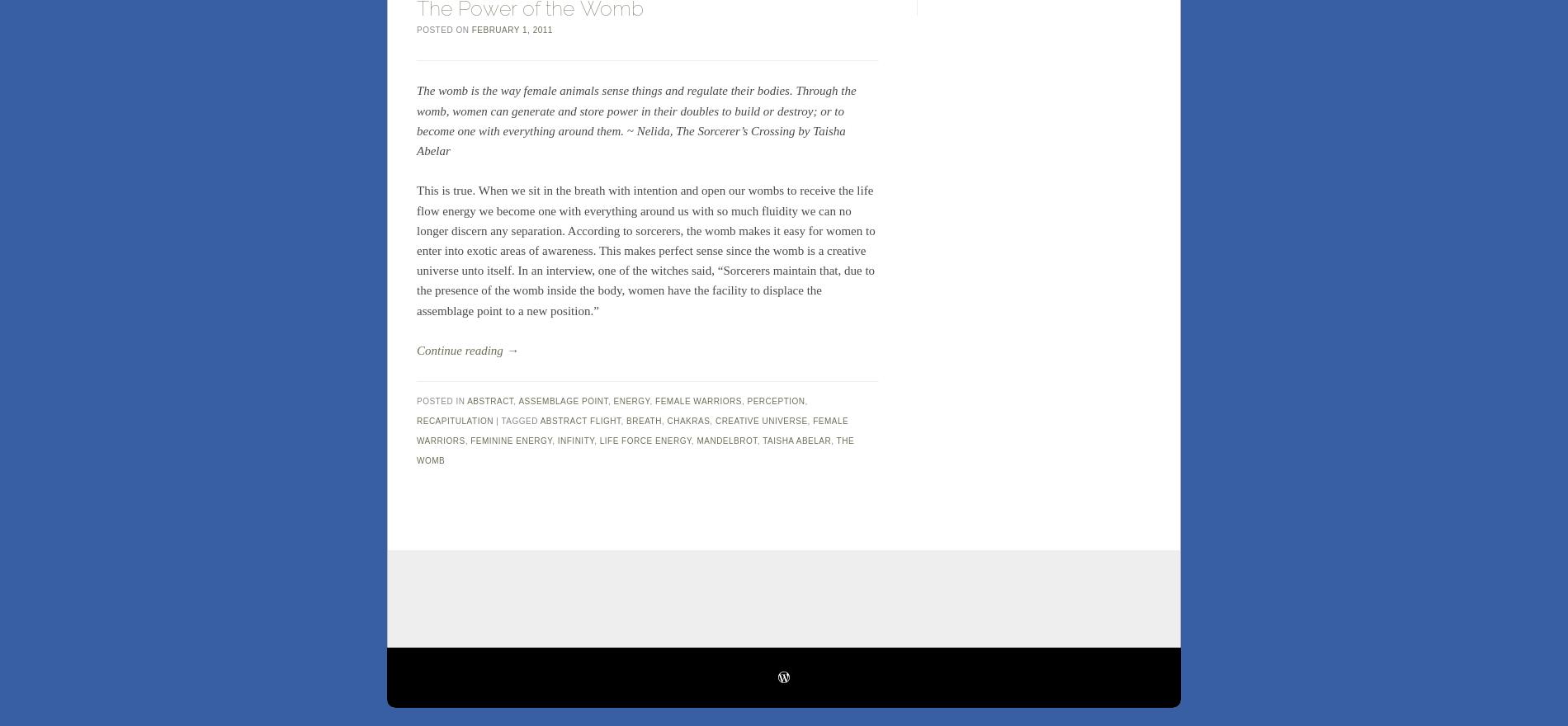 The width and height of the screenshot is (1568, 726). I want to click on 'breath', so click(642, 420).